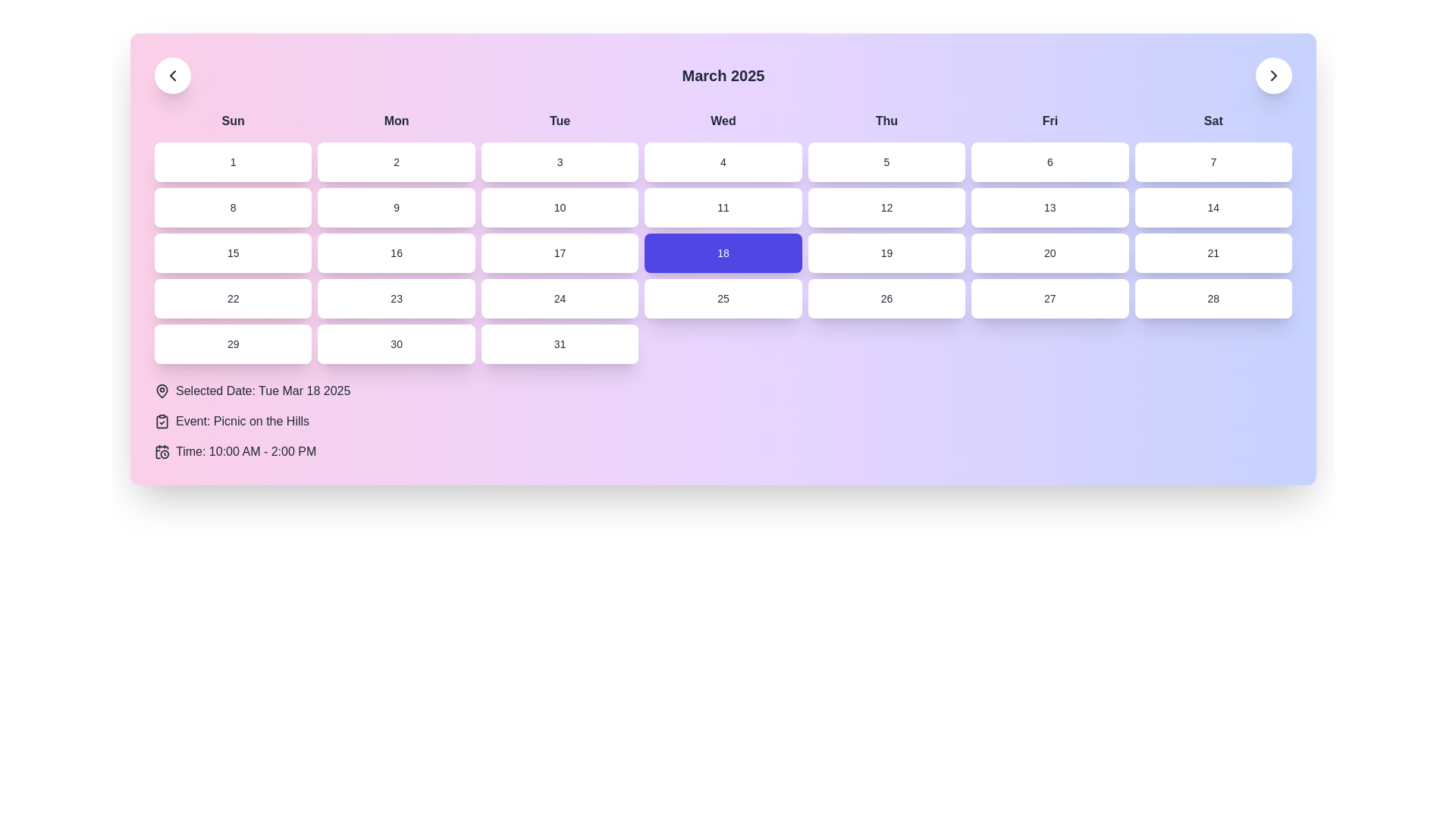  What do you see at coordinates (886, 162) in the screenshot?
I see `the calendar day button labeled '5'` at bounding box center [886, 162].